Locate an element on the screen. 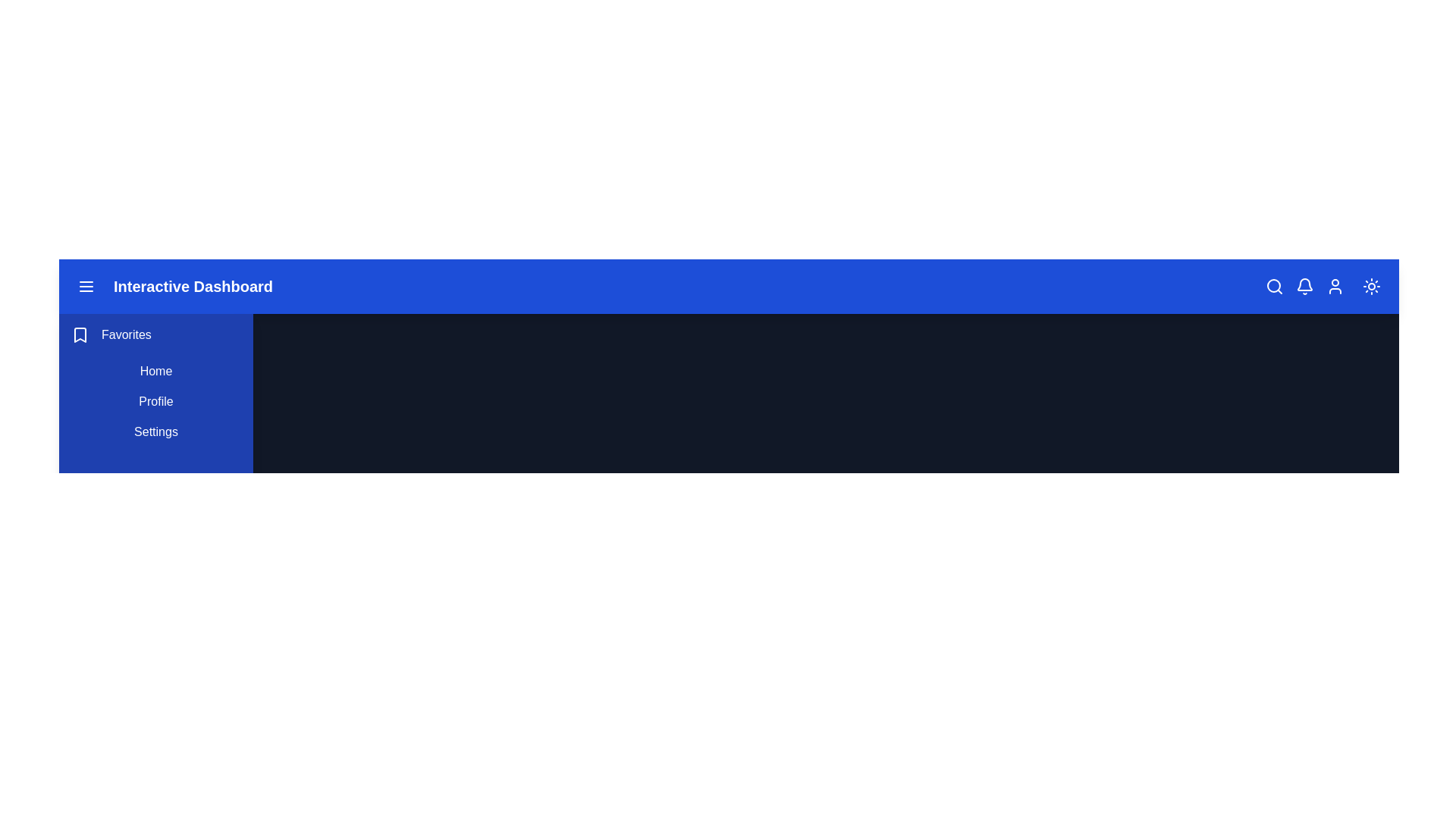 This screenshot has width=1456, height=819. menu toggle button located at the top-left corner of the app bar is located at coordinates (86, 287).